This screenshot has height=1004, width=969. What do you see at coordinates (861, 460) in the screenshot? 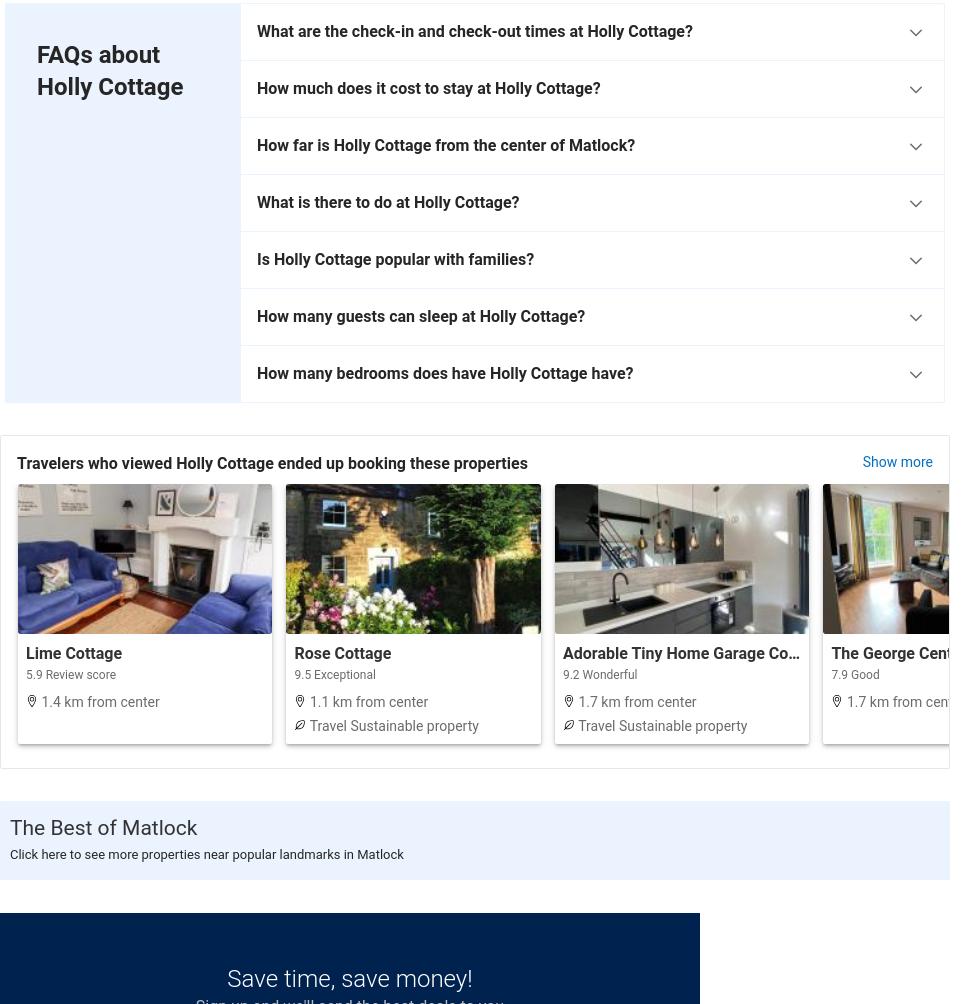
I see `'Show more'` at bounding box center [861, 460].